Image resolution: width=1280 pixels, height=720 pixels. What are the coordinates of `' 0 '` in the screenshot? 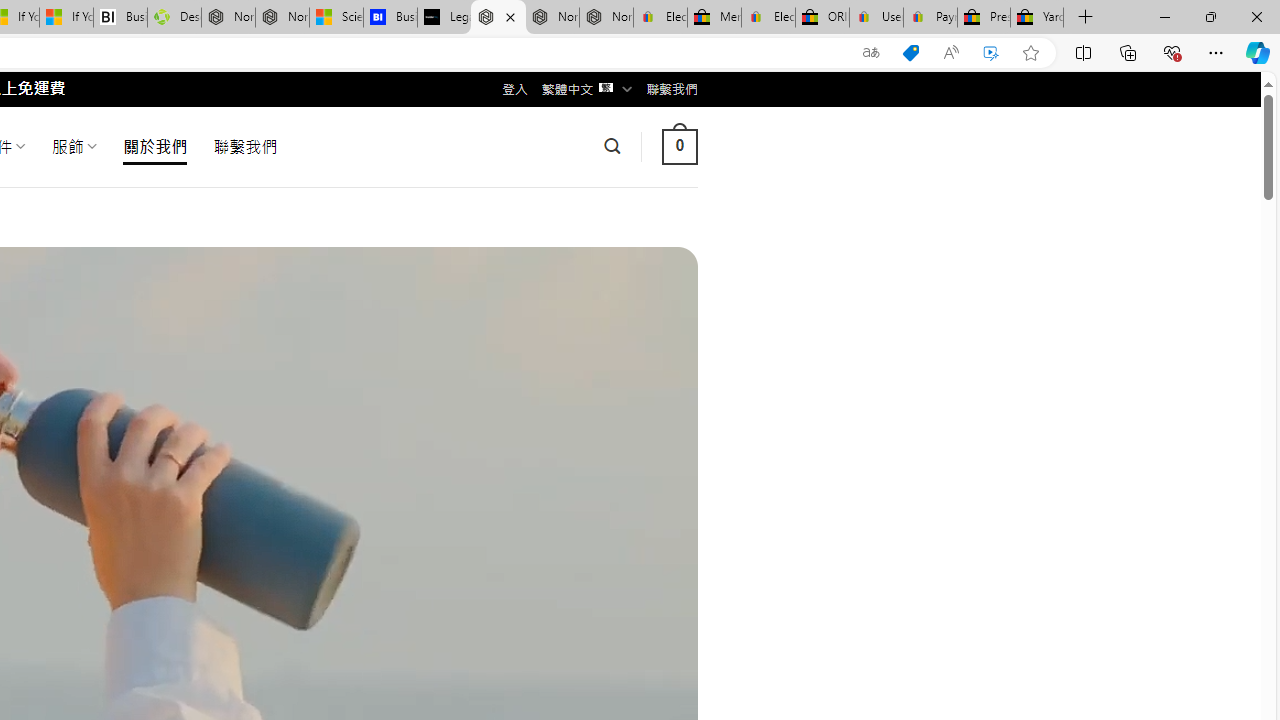 It's located at (679, 145).